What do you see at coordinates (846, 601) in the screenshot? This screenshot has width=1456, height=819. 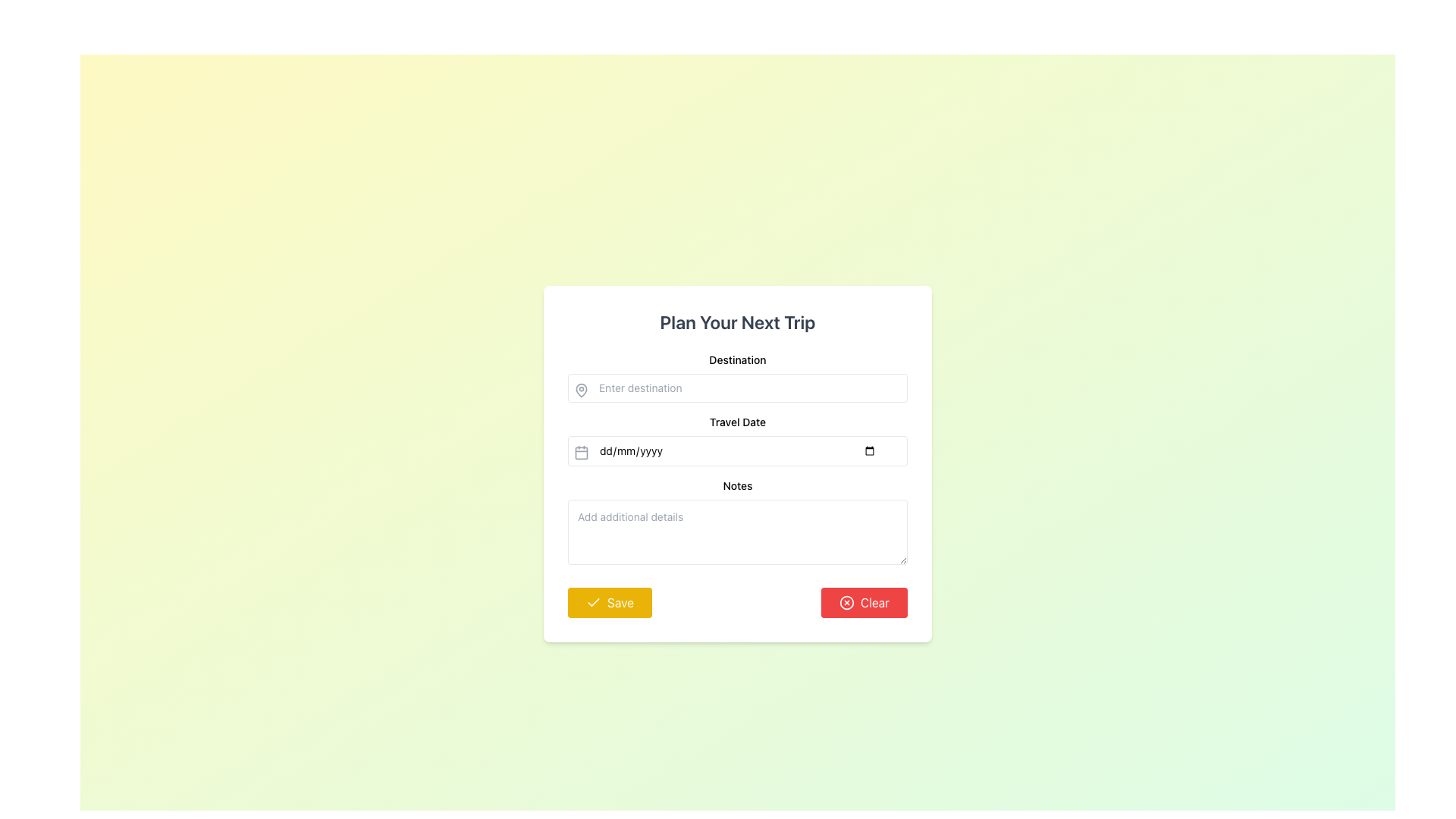 I see `the 'Clear' action icon located inside the 'Clear' button at the bottom-right corner of the form card, slightly to the left of the button` at bounding box center [846, 601].